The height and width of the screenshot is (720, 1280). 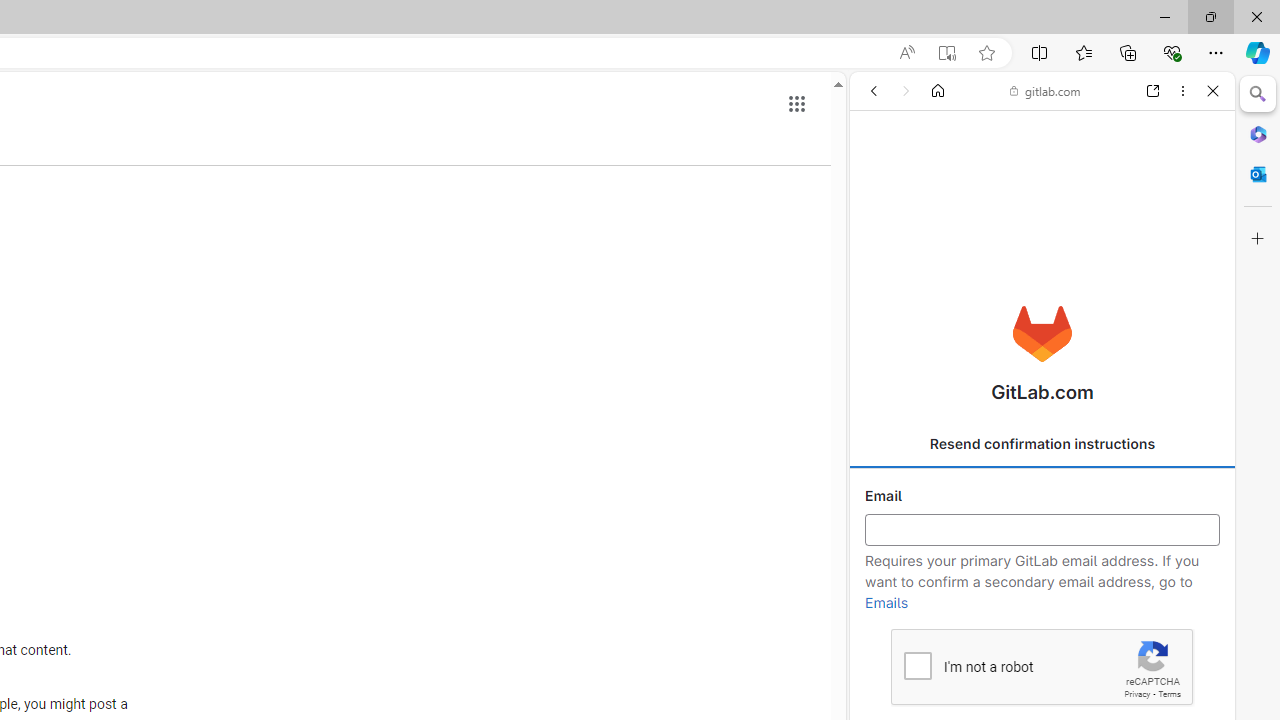 I want to click on 'gitlab.com', so click(x=1044, y=91).